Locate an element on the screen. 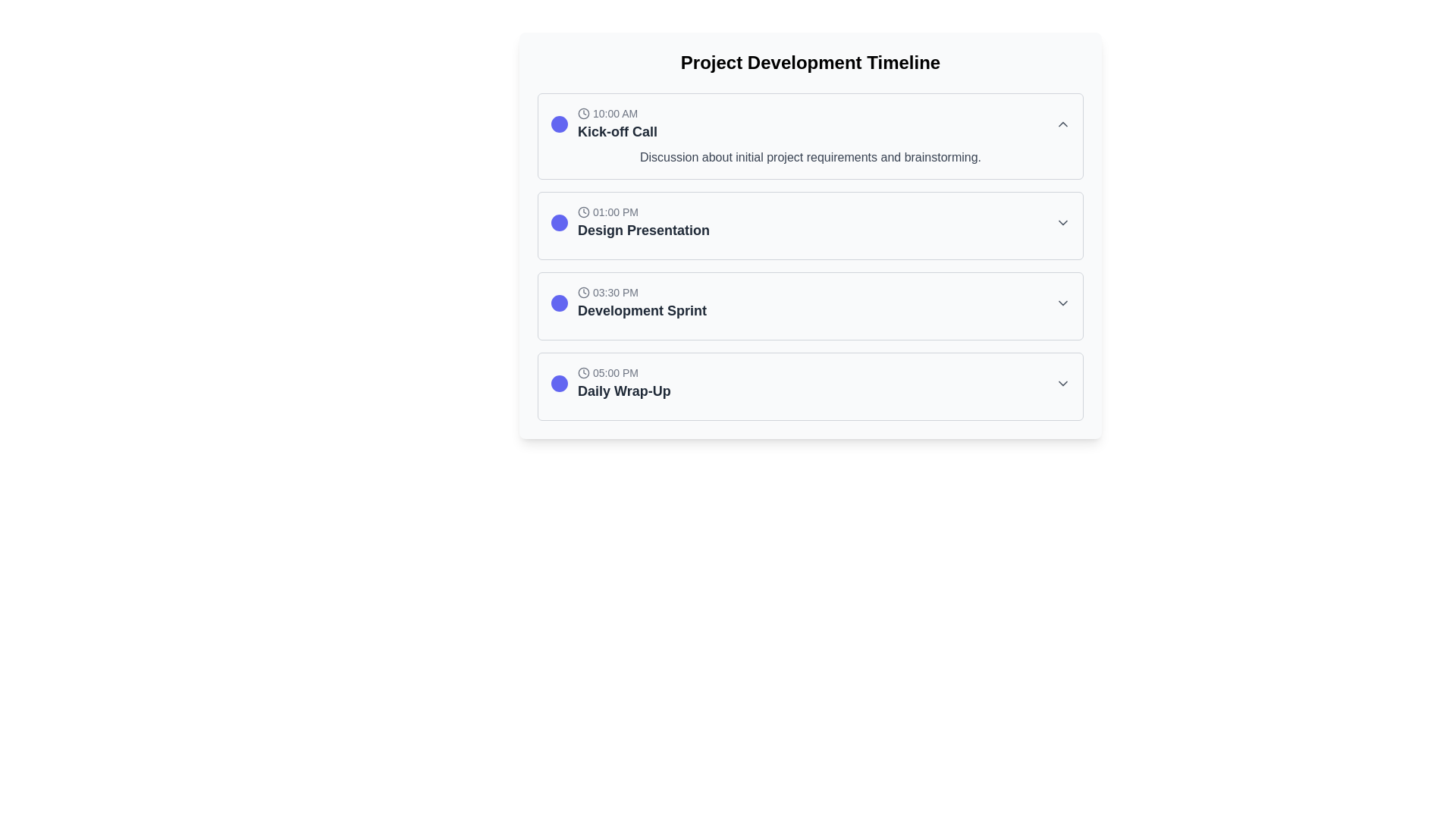  the event status indicator icon located in the timeline interface, specifically in the third event labeled '03:30 PM Development Sprint', positioned to the left of the event title and description is located at coordinates (559, 303).